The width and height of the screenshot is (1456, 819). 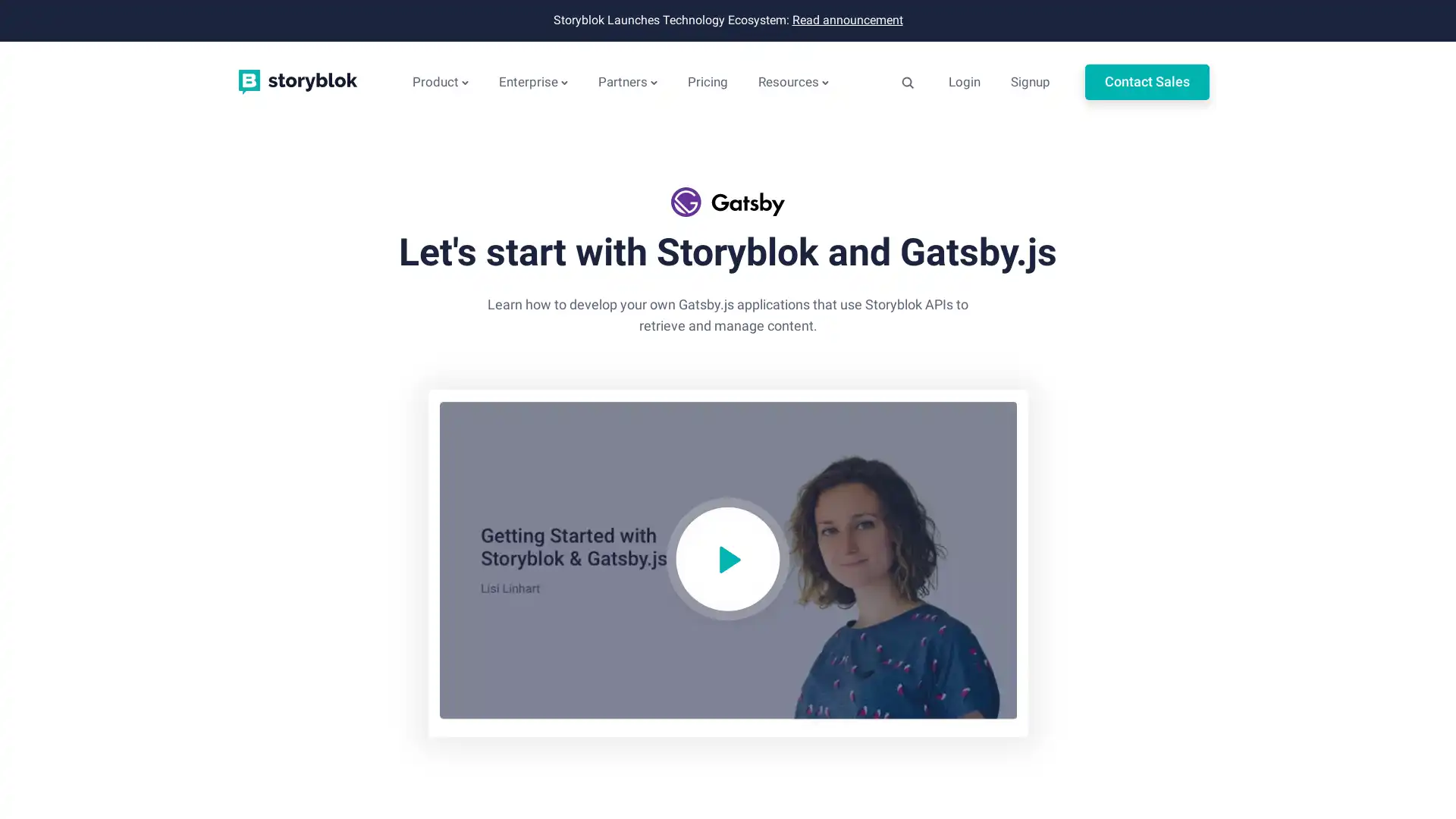 What do you see at coordinates (533, 82) in the screenshot?
I see `Enterprise` at bounding box center [533, 82].